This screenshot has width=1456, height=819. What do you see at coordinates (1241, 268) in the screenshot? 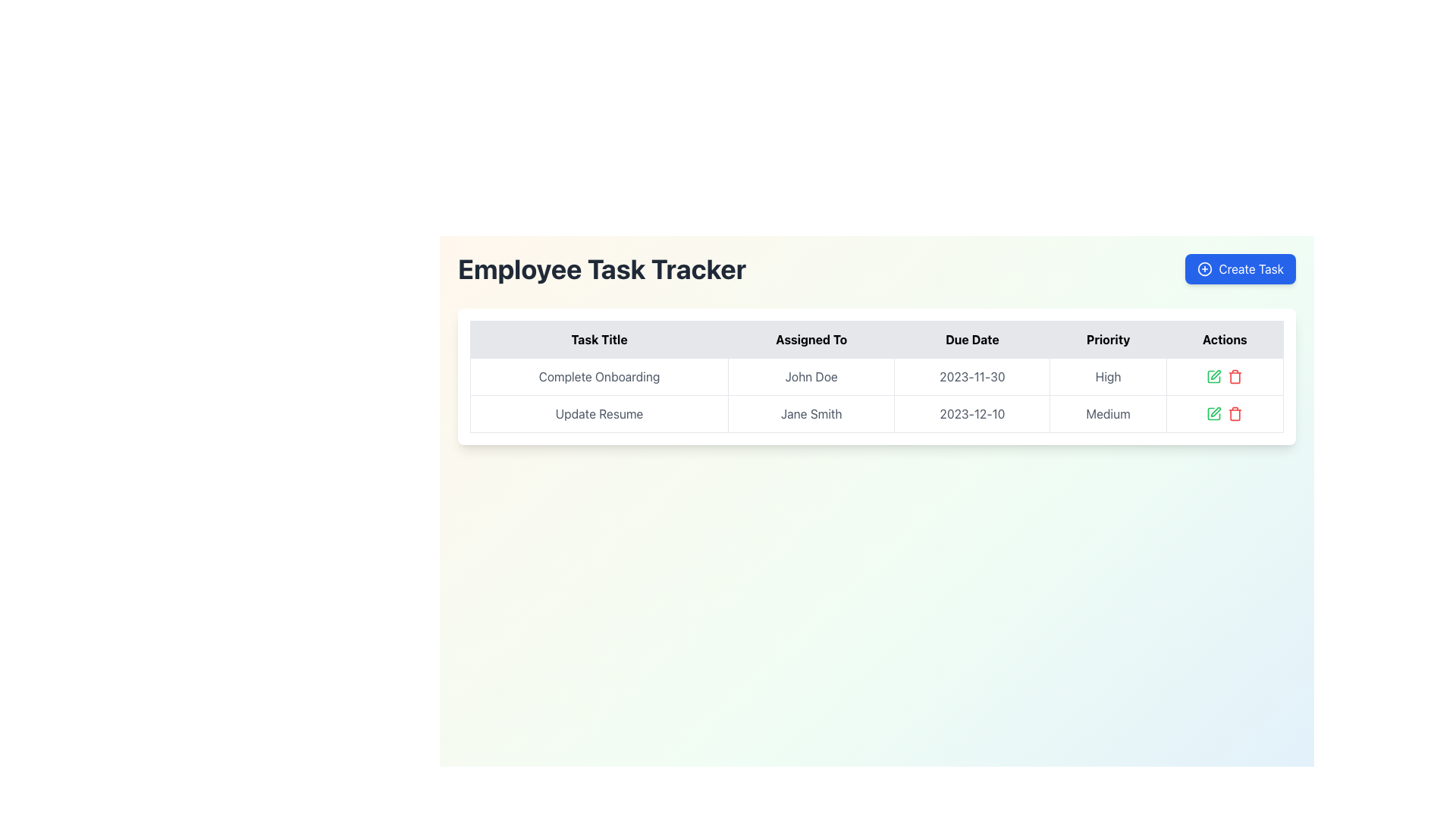
I see `the button located at the top-right corner of the interface, which initiates the task creation process and is visually distinct from the 'Employee Task Tracker' title` at bounding box center [1241, 268].